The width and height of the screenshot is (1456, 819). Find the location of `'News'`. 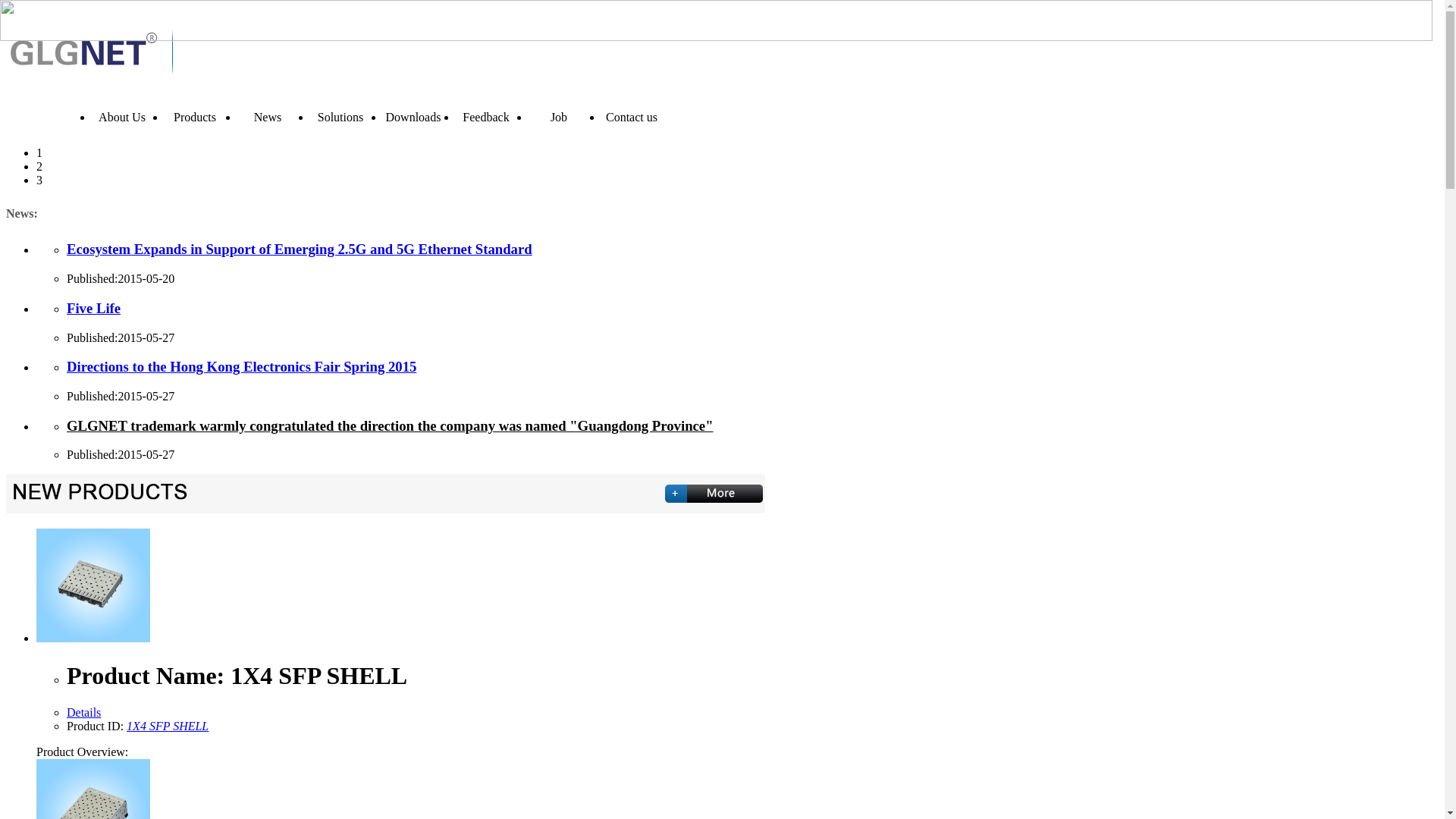

'News' is located at coordinates (268, 116).